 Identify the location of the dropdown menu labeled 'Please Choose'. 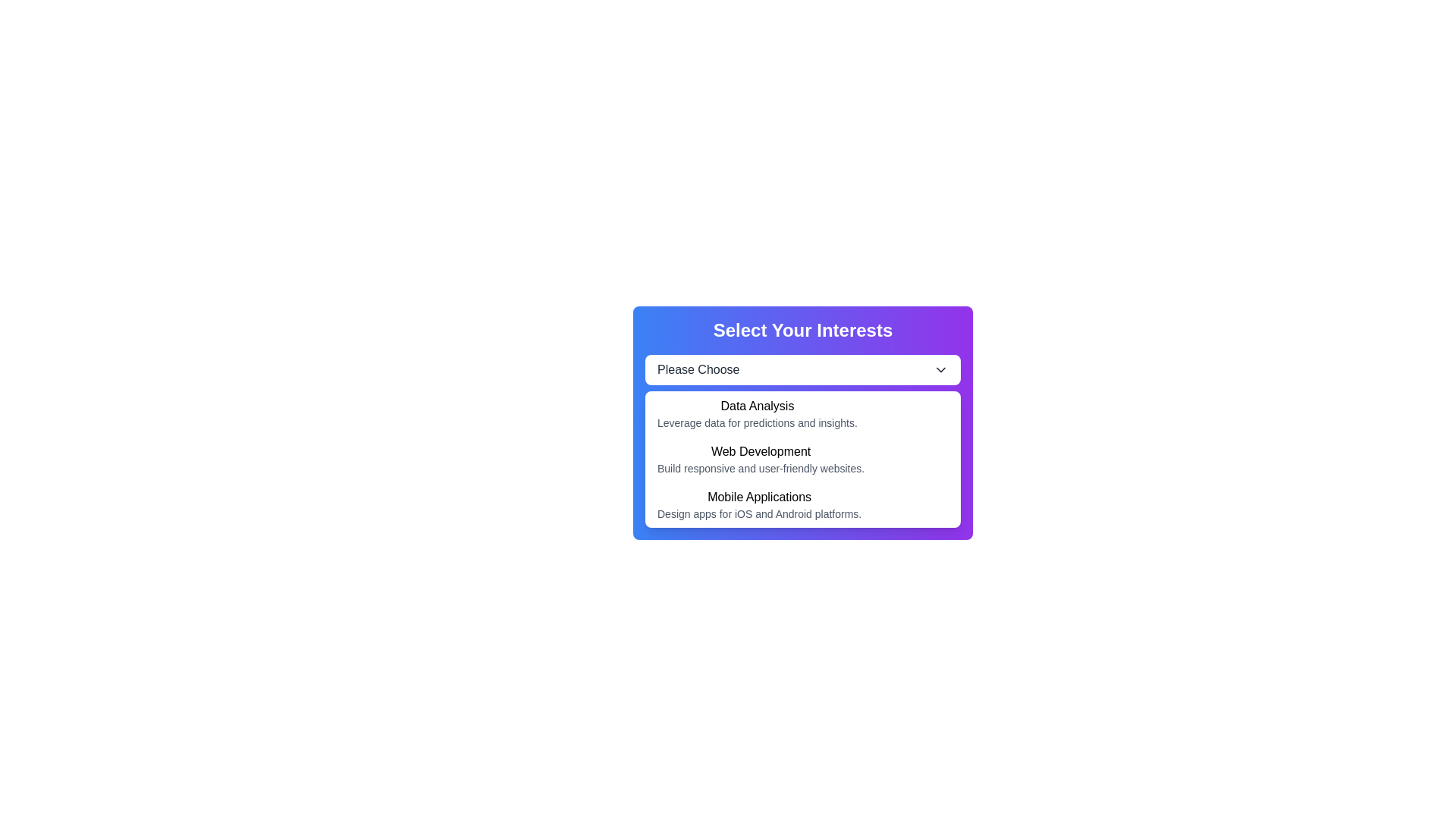
(802, 370).